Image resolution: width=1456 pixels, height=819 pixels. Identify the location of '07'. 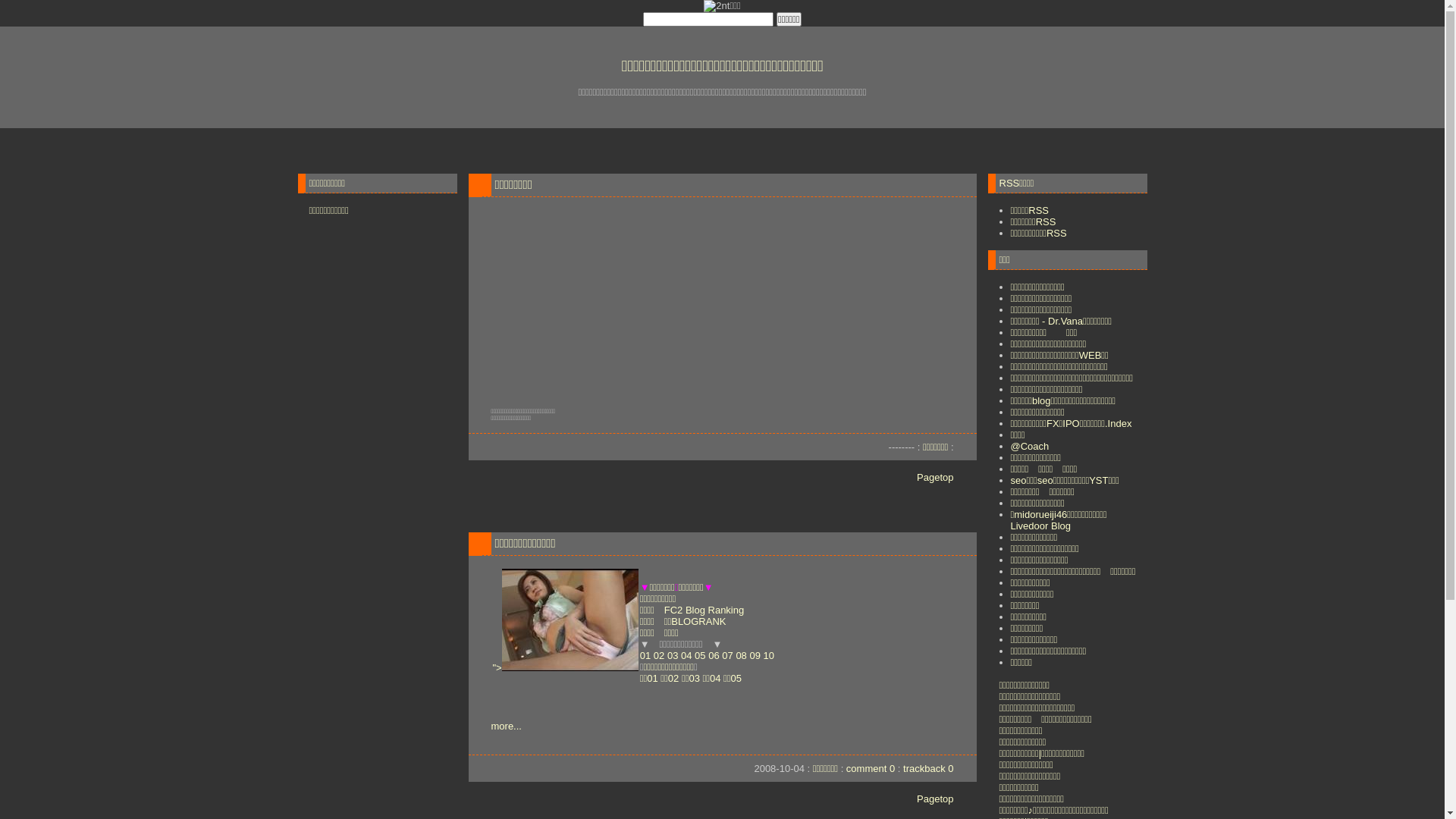
(726, 654).